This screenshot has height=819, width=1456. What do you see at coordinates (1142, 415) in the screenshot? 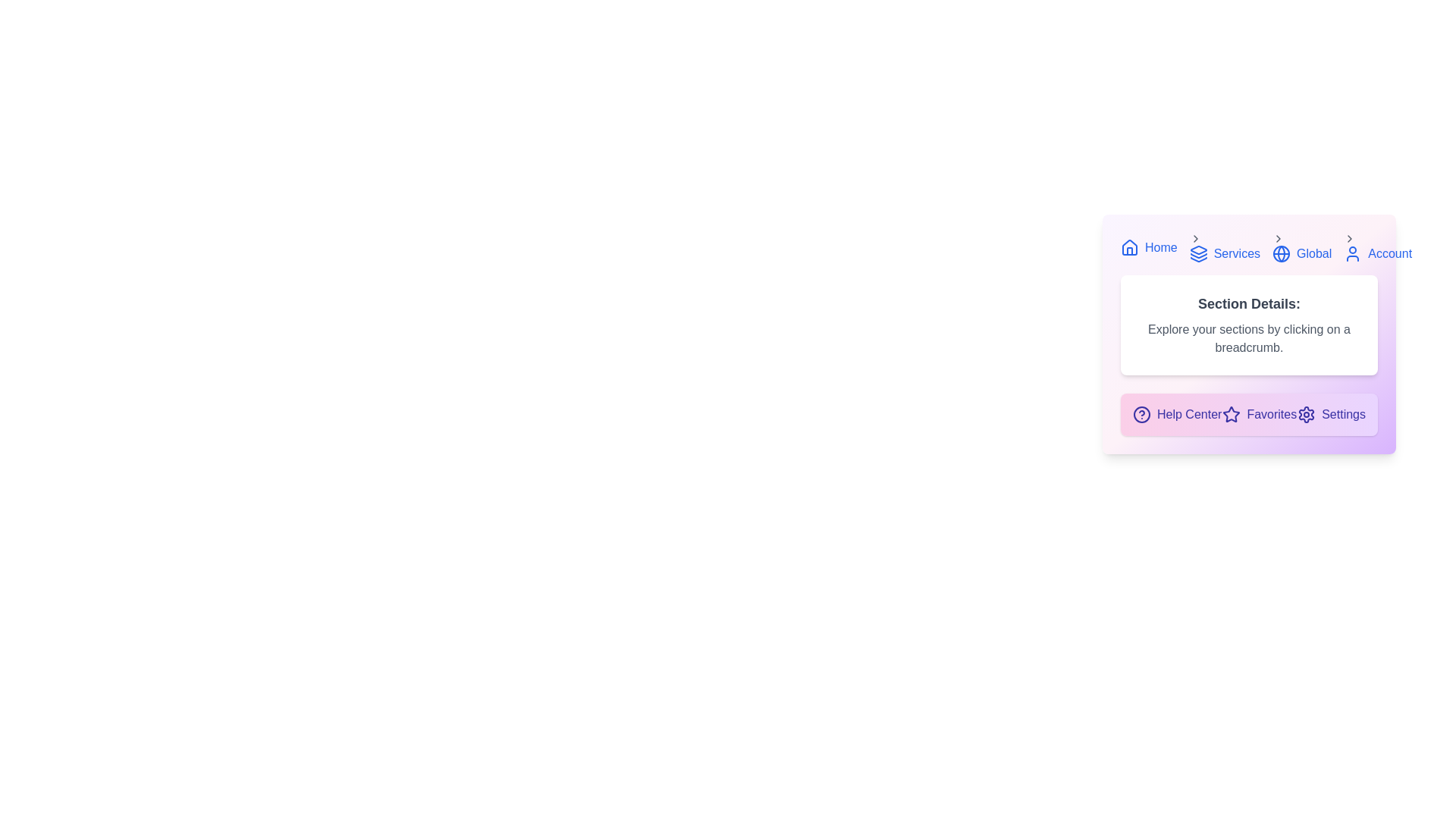
I see `the small circular outline with a centered dot, which is part of an icon located adjacent to the 'Help Center' label in the lower-right section of the interface` at bounding box center [1142, 415].